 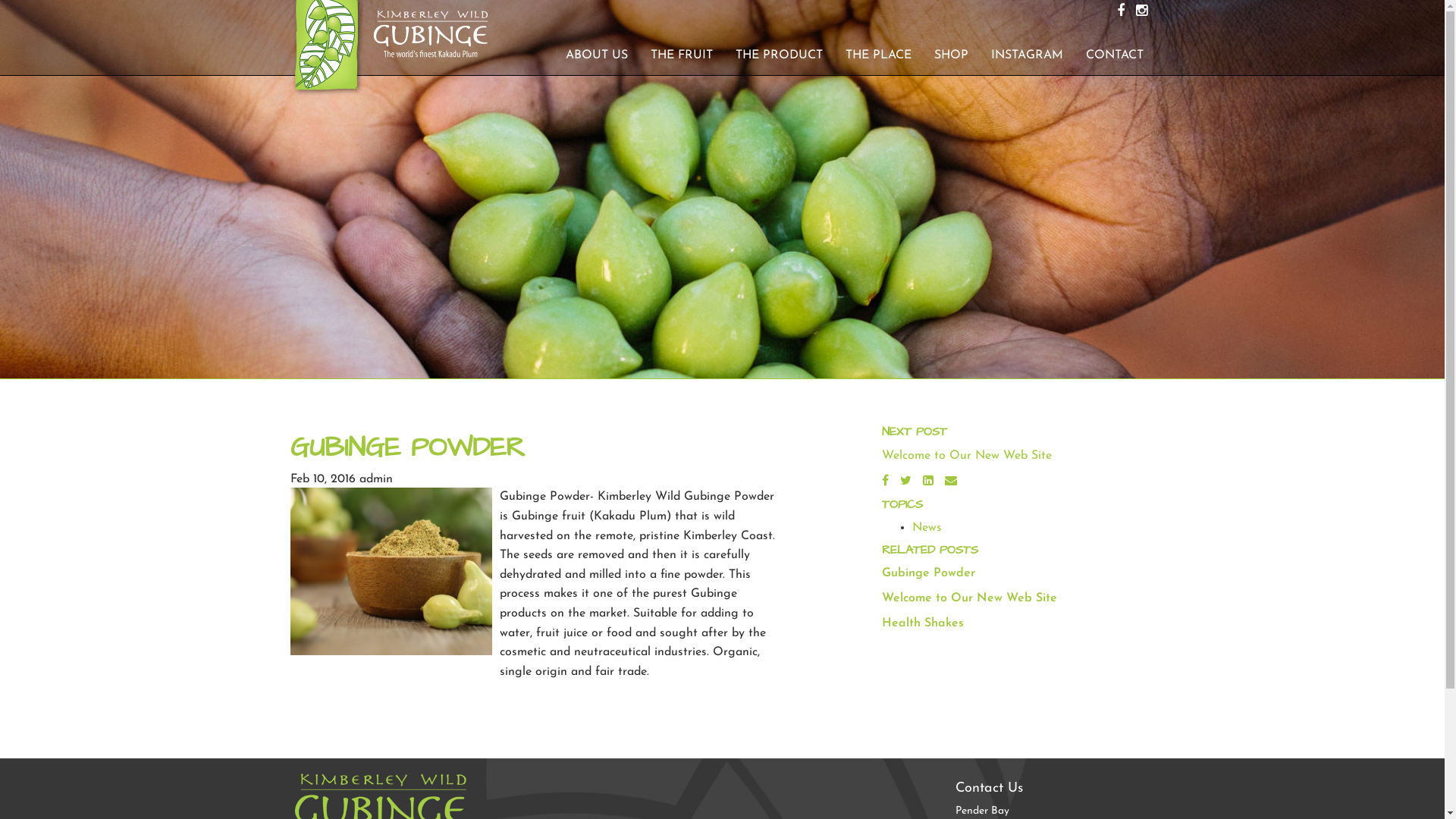 I want to click on 'ABOUT US', so click(x=595, y=55).